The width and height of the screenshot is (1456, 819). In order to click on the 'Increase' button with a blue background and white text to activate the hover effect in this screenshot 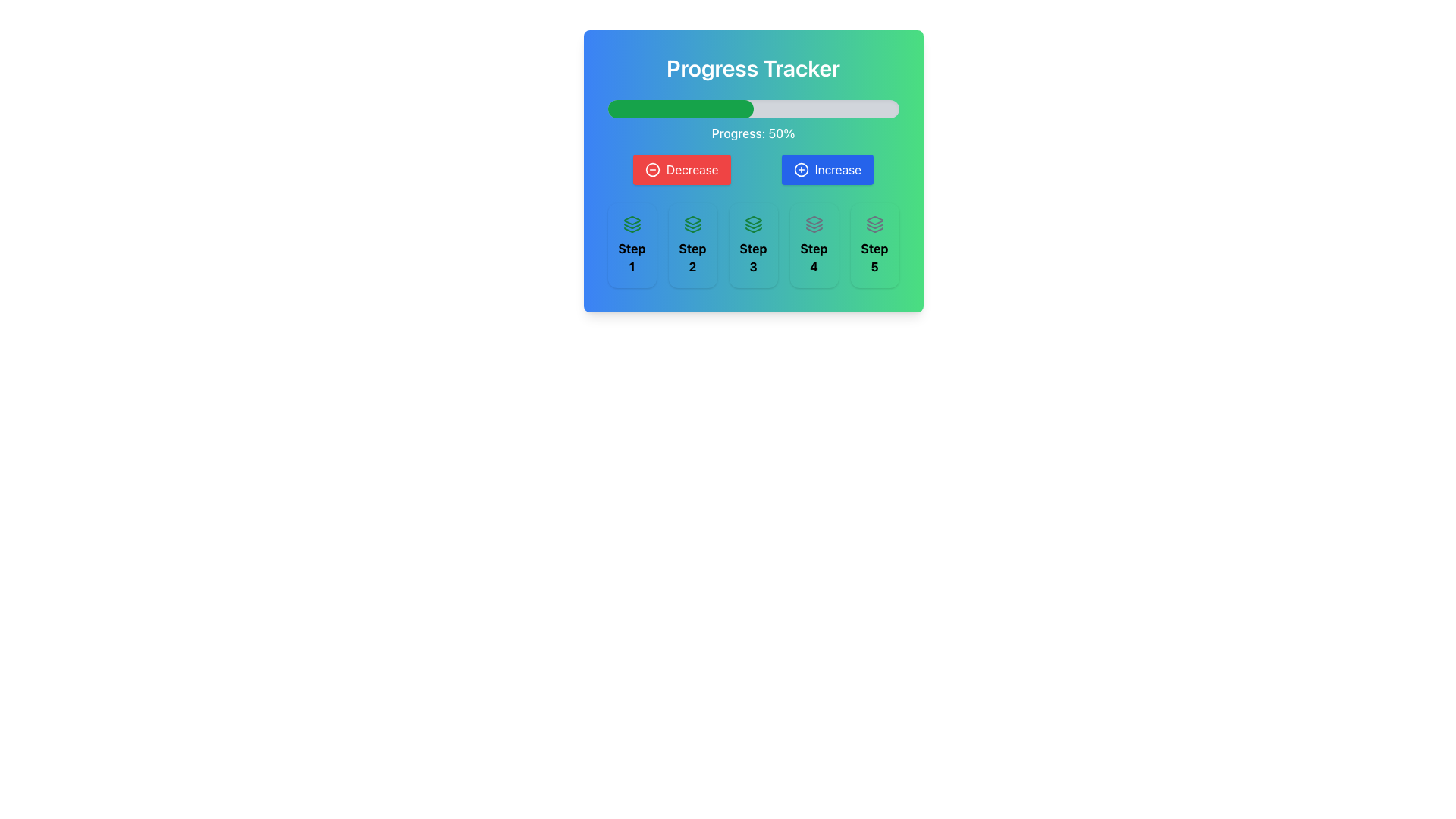, I will do `click(827, 169)`.